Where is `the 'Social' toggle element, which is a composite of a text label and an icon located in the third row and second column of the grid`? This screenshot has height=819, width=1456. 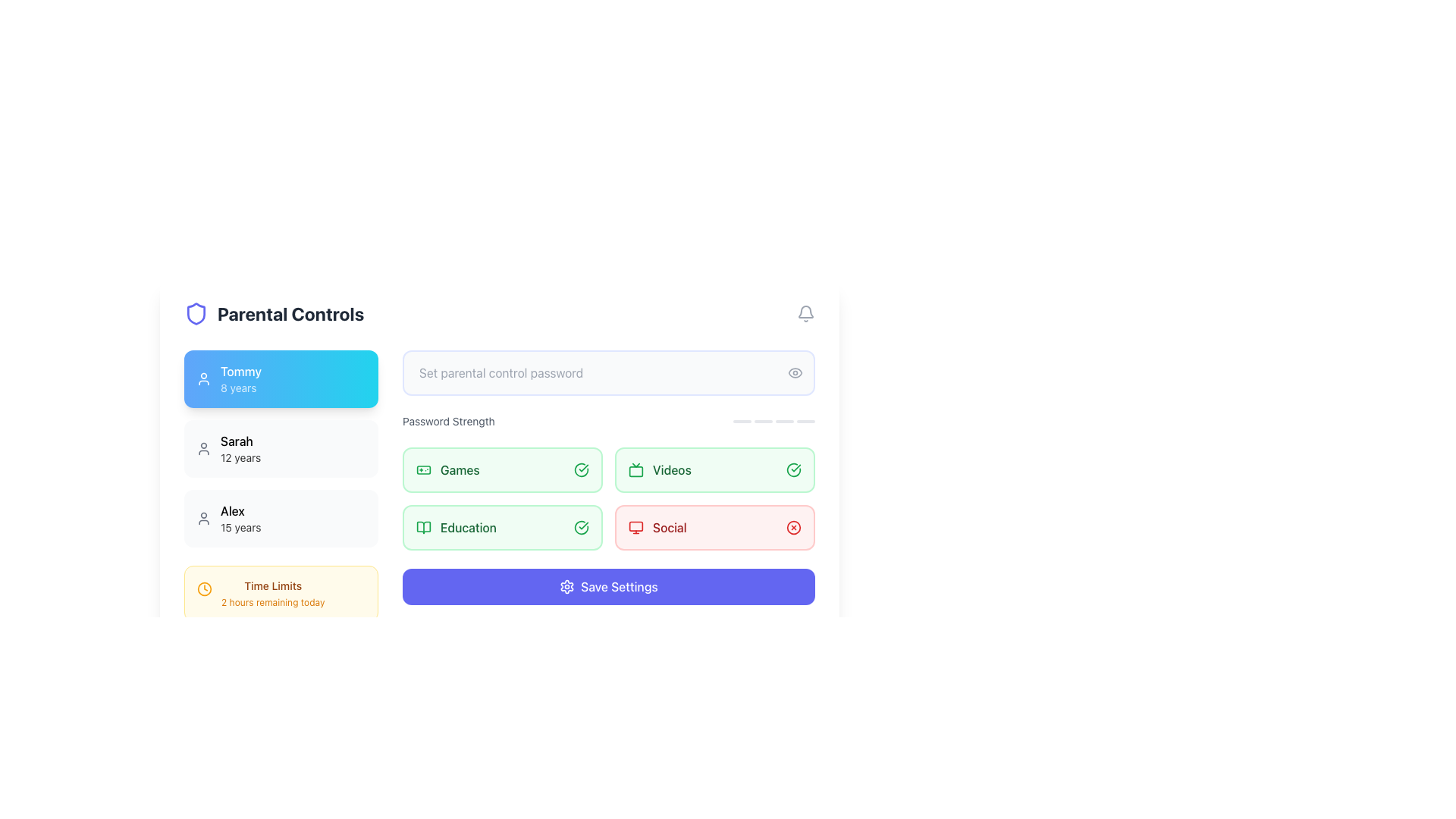 the 'Social' toggle element, which is a composite of a text label and an icon located in the third row and second column of the grid is located at coordinates (657, 526).